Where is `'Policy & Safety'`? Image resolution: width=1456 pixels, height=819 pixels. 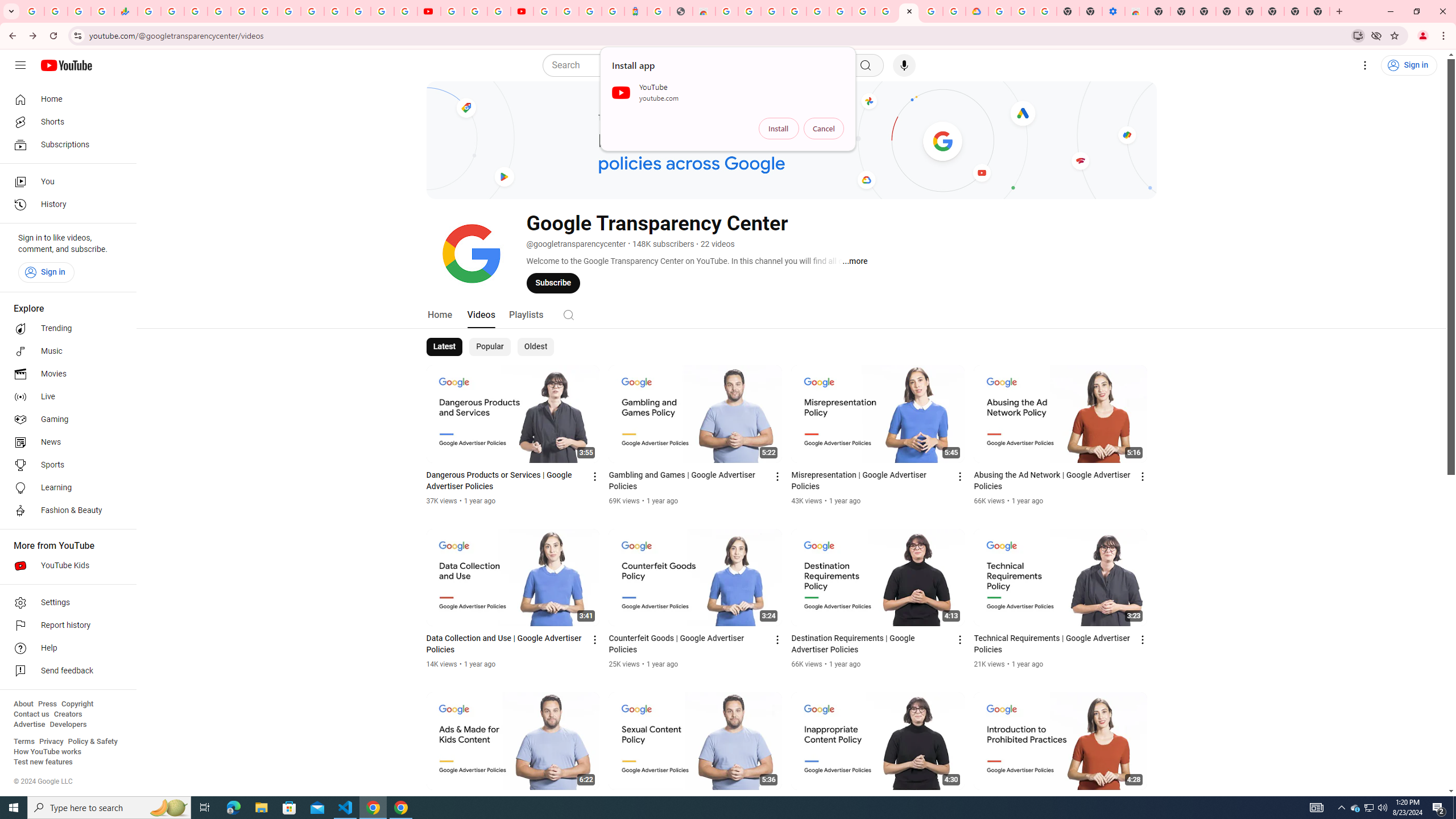 'Policy & Safety' is located at coordinates (92, 741).